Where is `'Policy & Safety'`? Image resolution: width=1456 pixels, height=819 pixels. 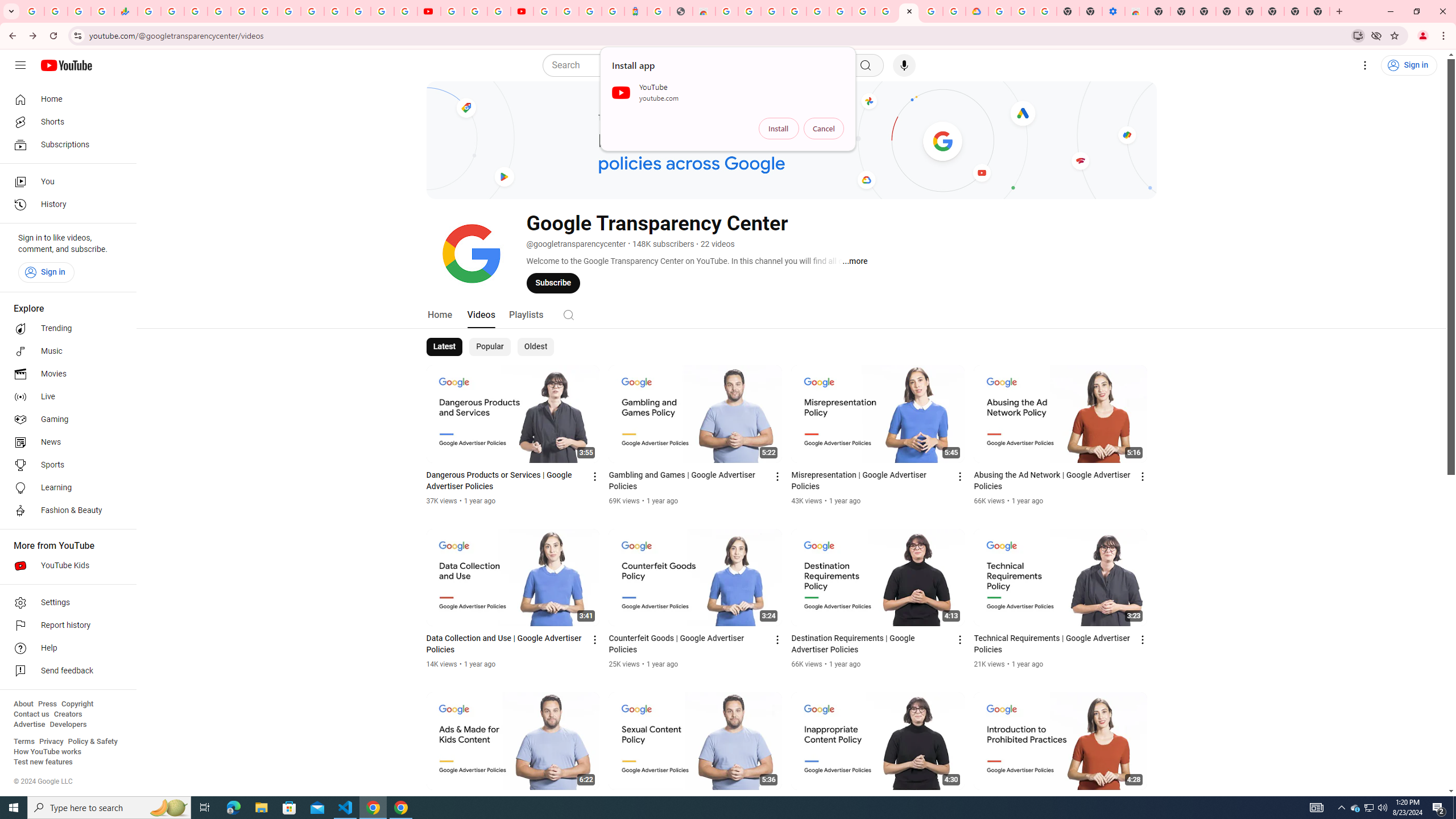 'Policy & Safety' is located at coordinates (92, 741).